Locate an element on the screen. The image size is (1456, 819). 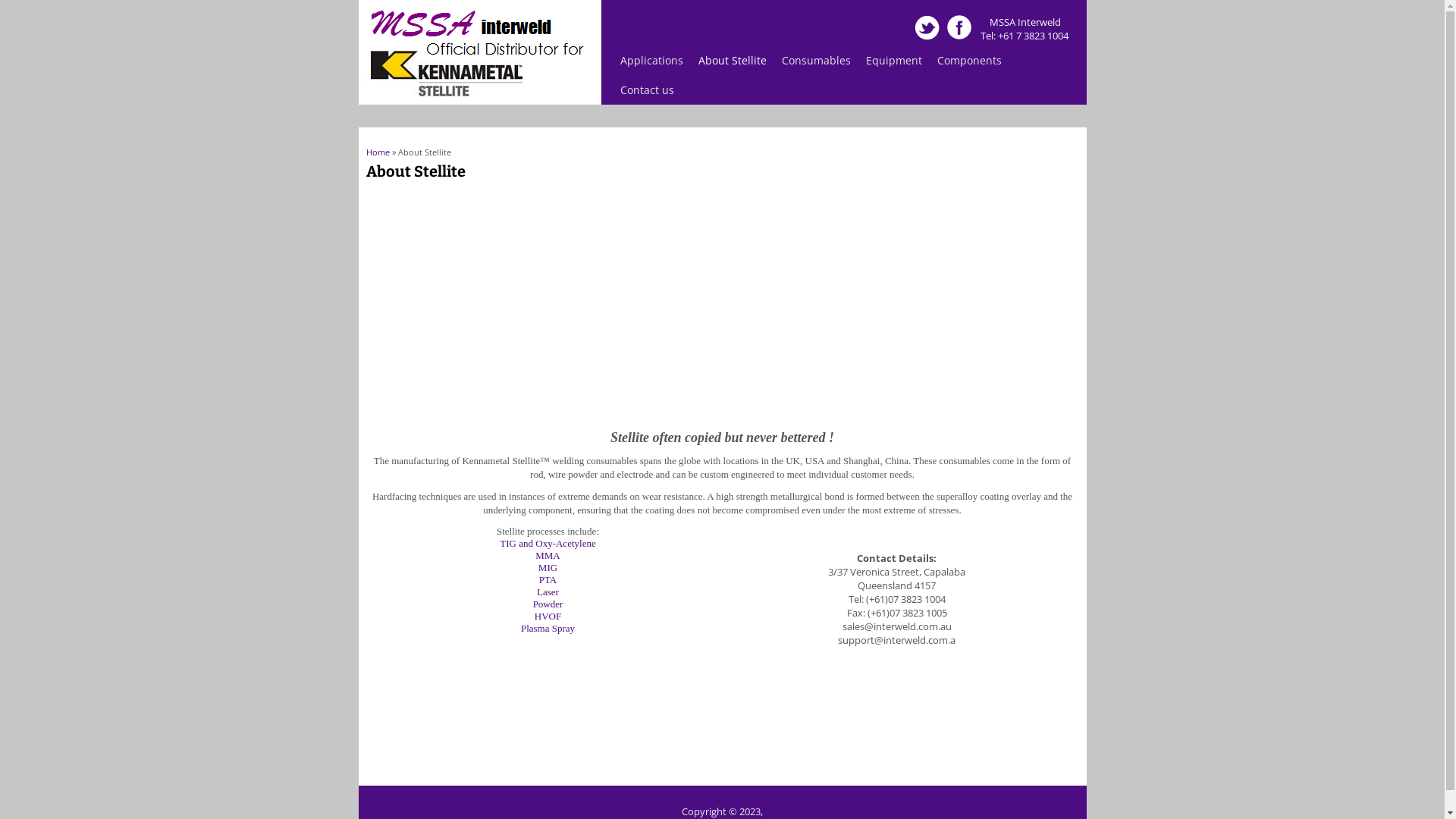
'MIG' is located at coordinates (538, 567).